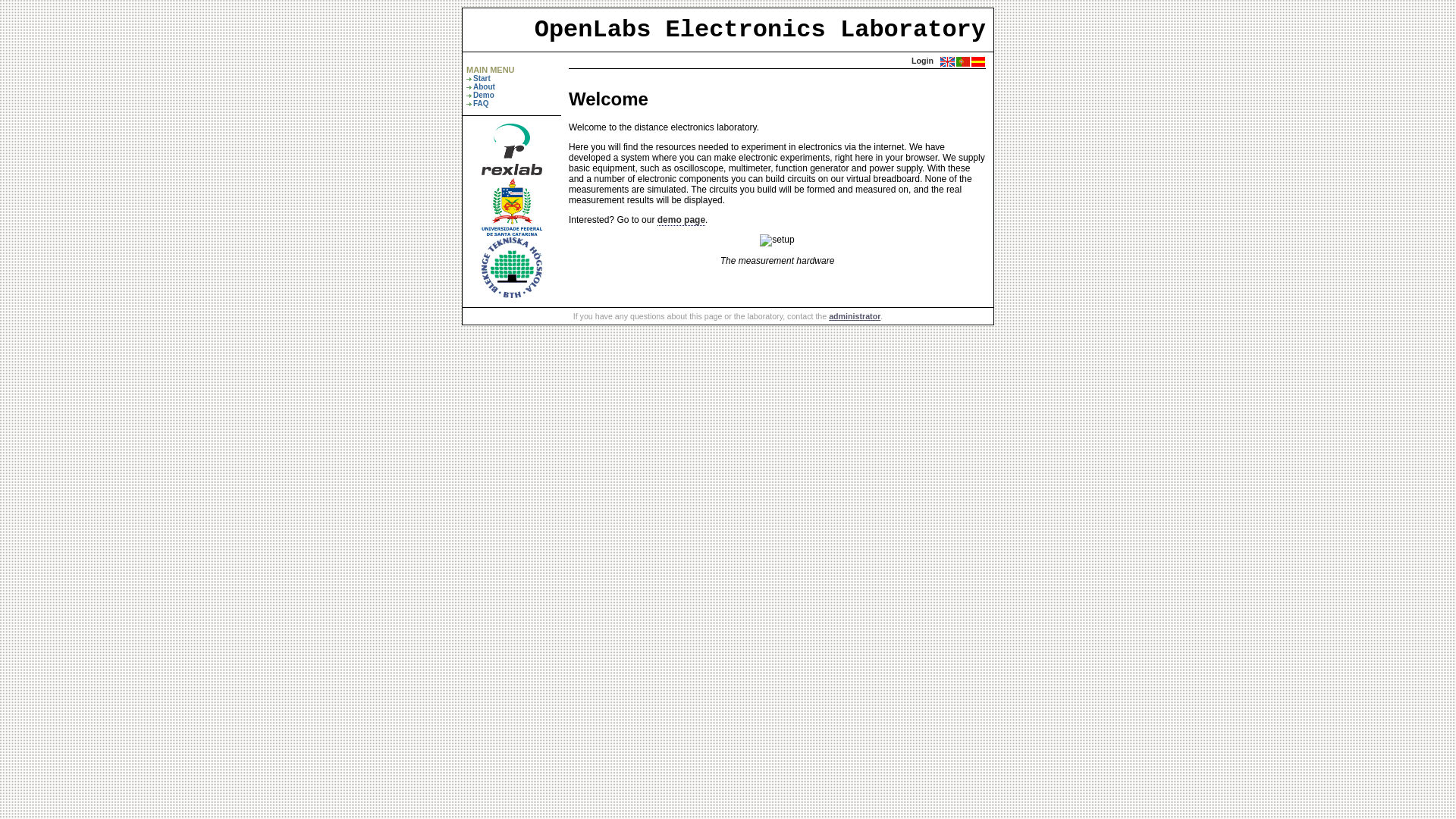 The image size is (1456, 819). I want to click on 'FAQ', so click(480, 102).